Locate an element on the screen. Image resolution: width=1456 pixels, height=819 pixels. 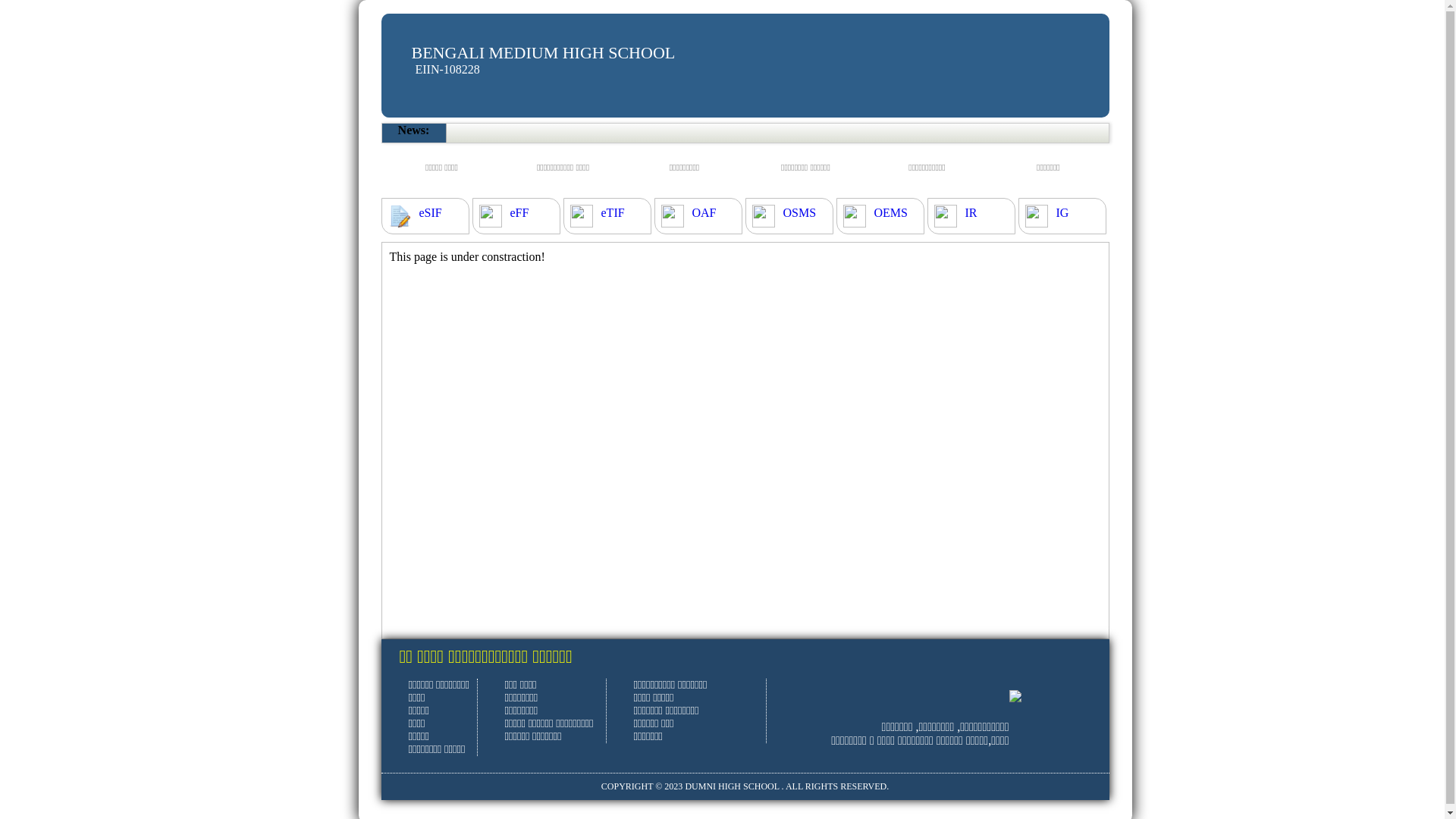
'DUMNI HIGH SCHOOL' is located at coordinates (731, 786).